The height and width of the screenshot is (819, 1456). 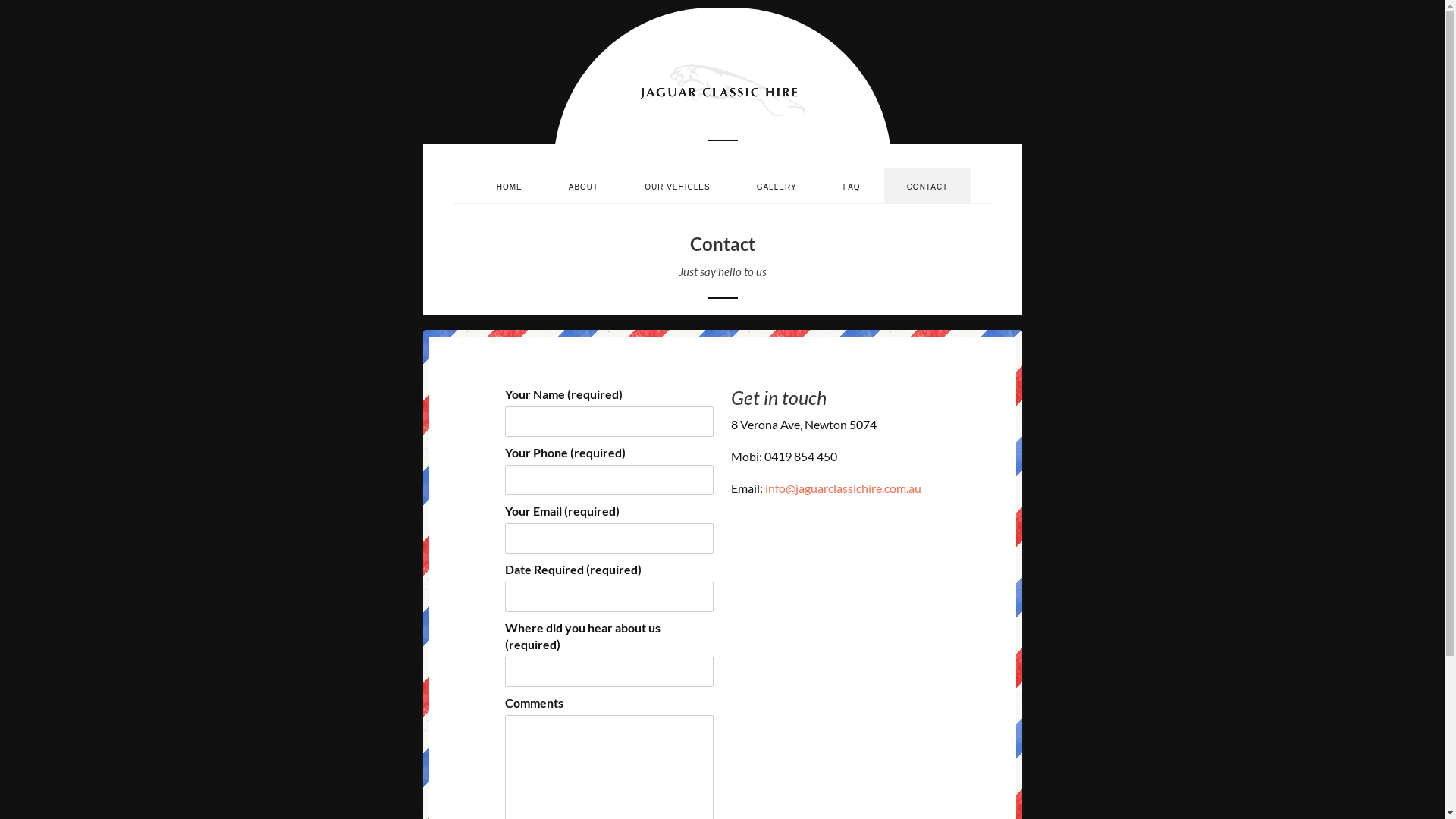 What do you see at coordinates (777, 184) in the screenshot?
I see `'GALLERY'` at bounding box center [777, 184].